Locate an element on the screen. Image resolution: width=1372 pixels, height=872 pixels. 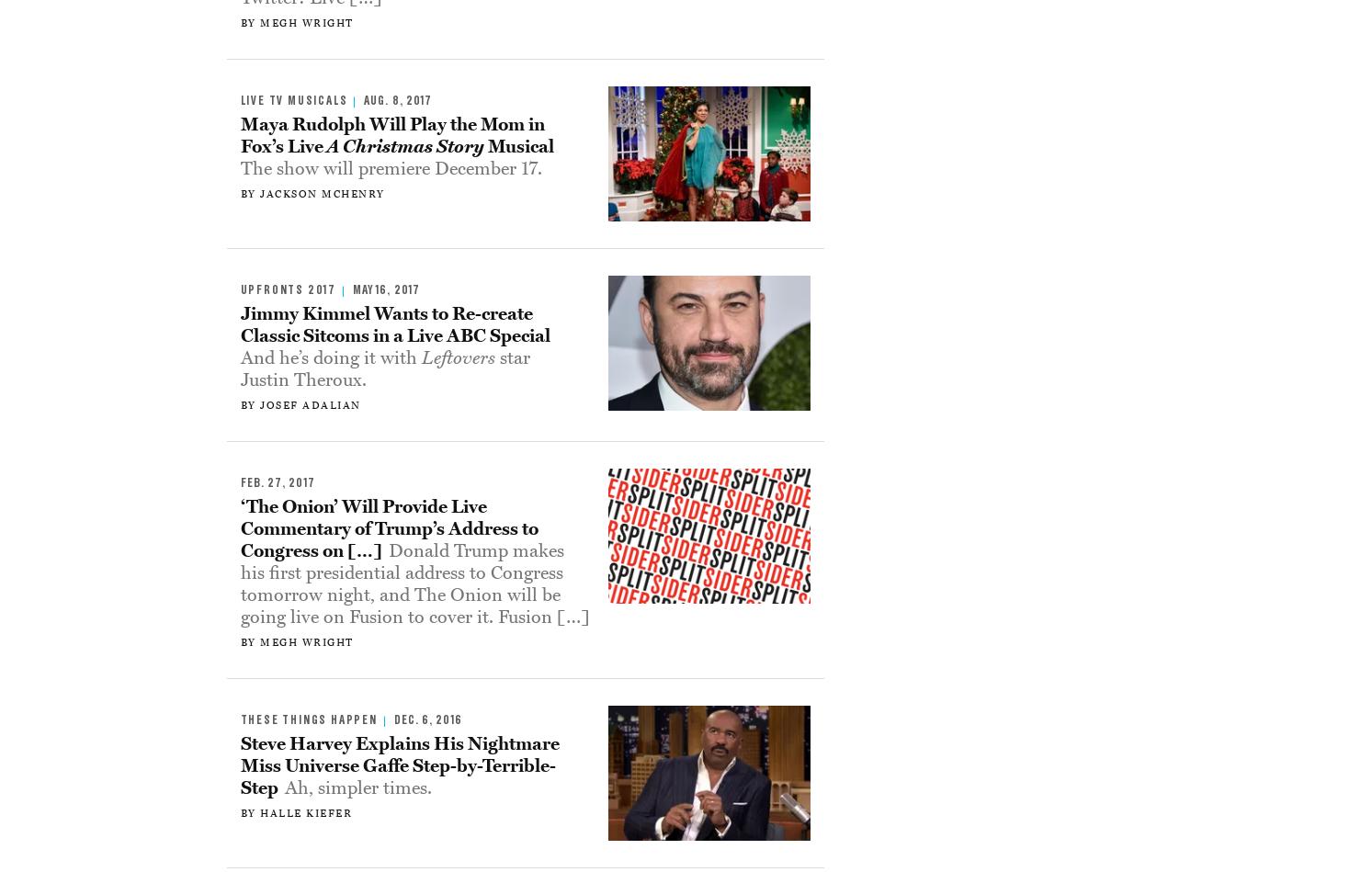
'Donald Trump makes his first presidential address to Congress tomorrow night, and The Onion will be going live on Fusion to cover it. Fusion […]' is located at coordinates (414, 583).